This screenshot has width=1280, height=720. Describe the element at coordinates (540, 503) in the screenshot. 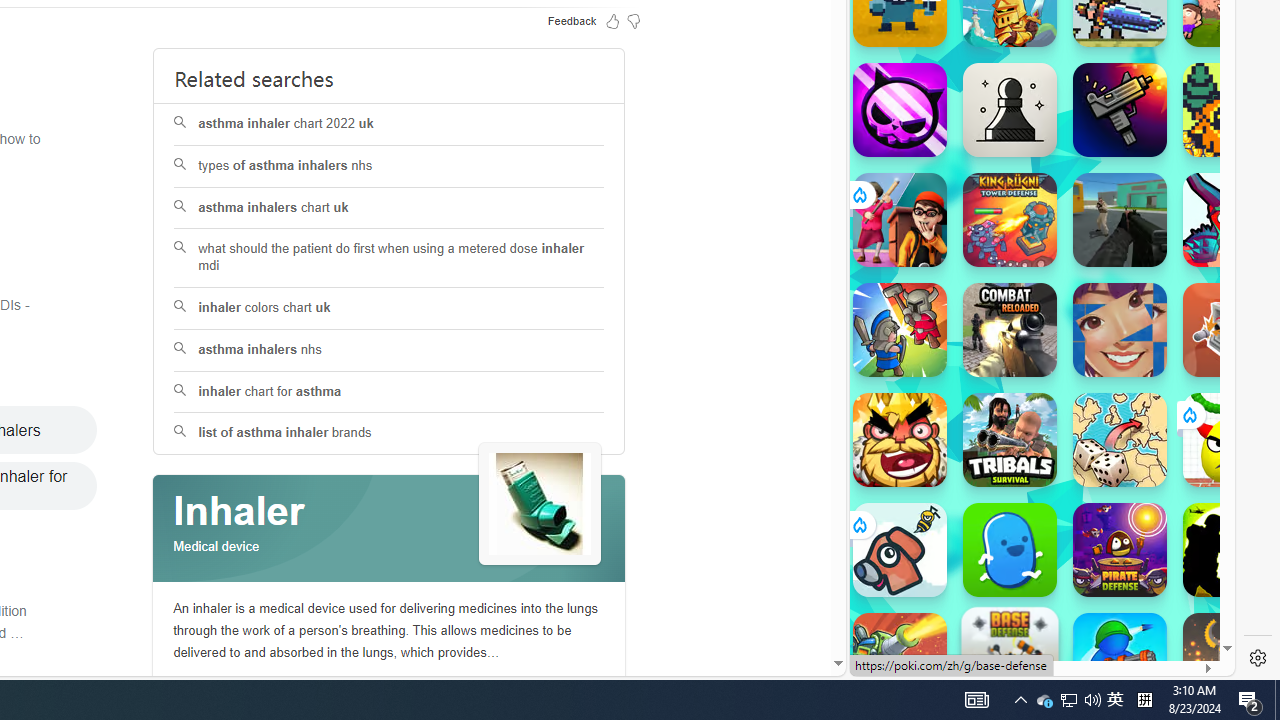

I see `'See more images of Inhaler'` at that location.